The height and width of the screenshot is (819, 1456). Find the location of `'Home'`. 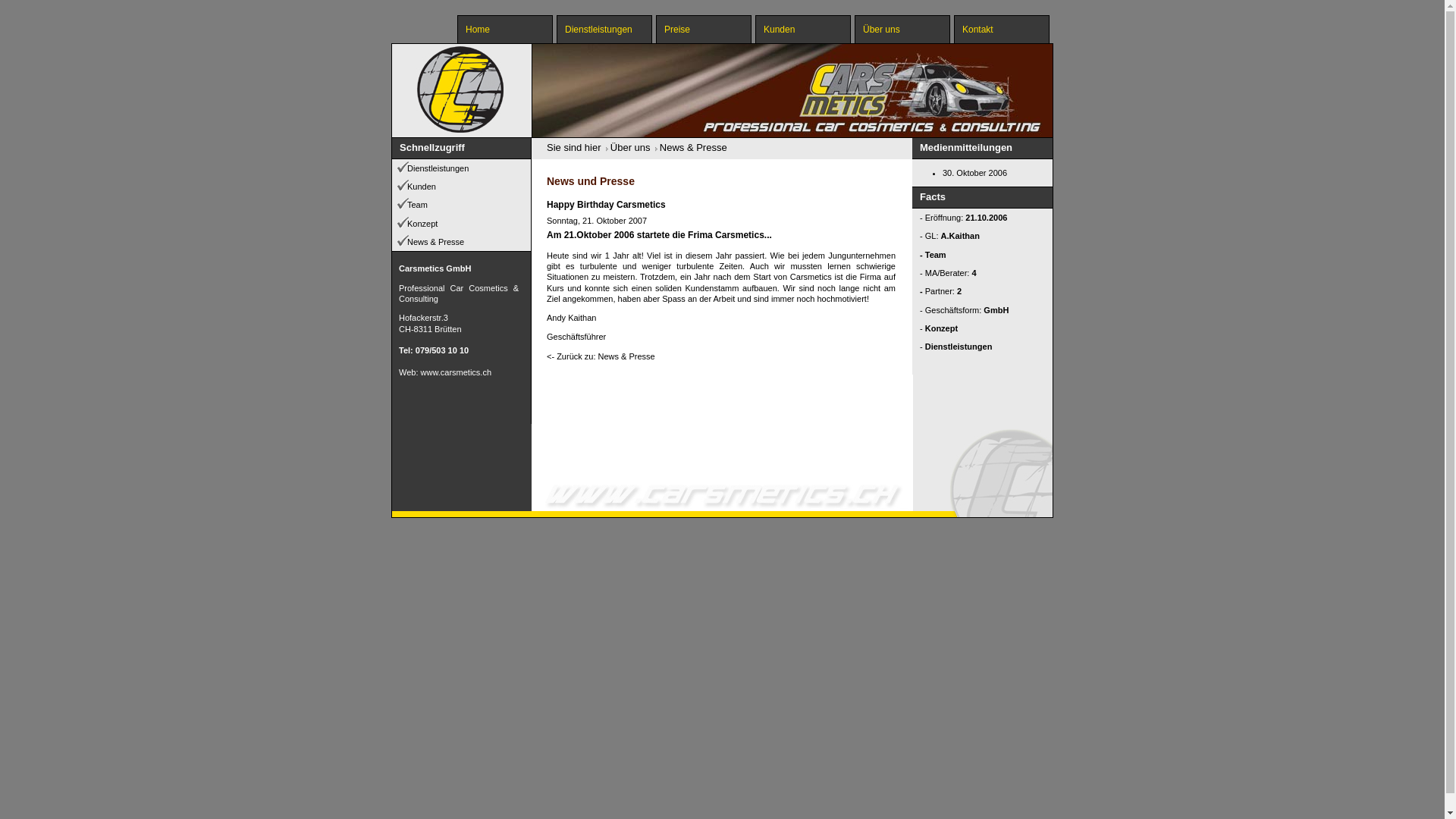

'Home' is located at coordinates (505, 29).